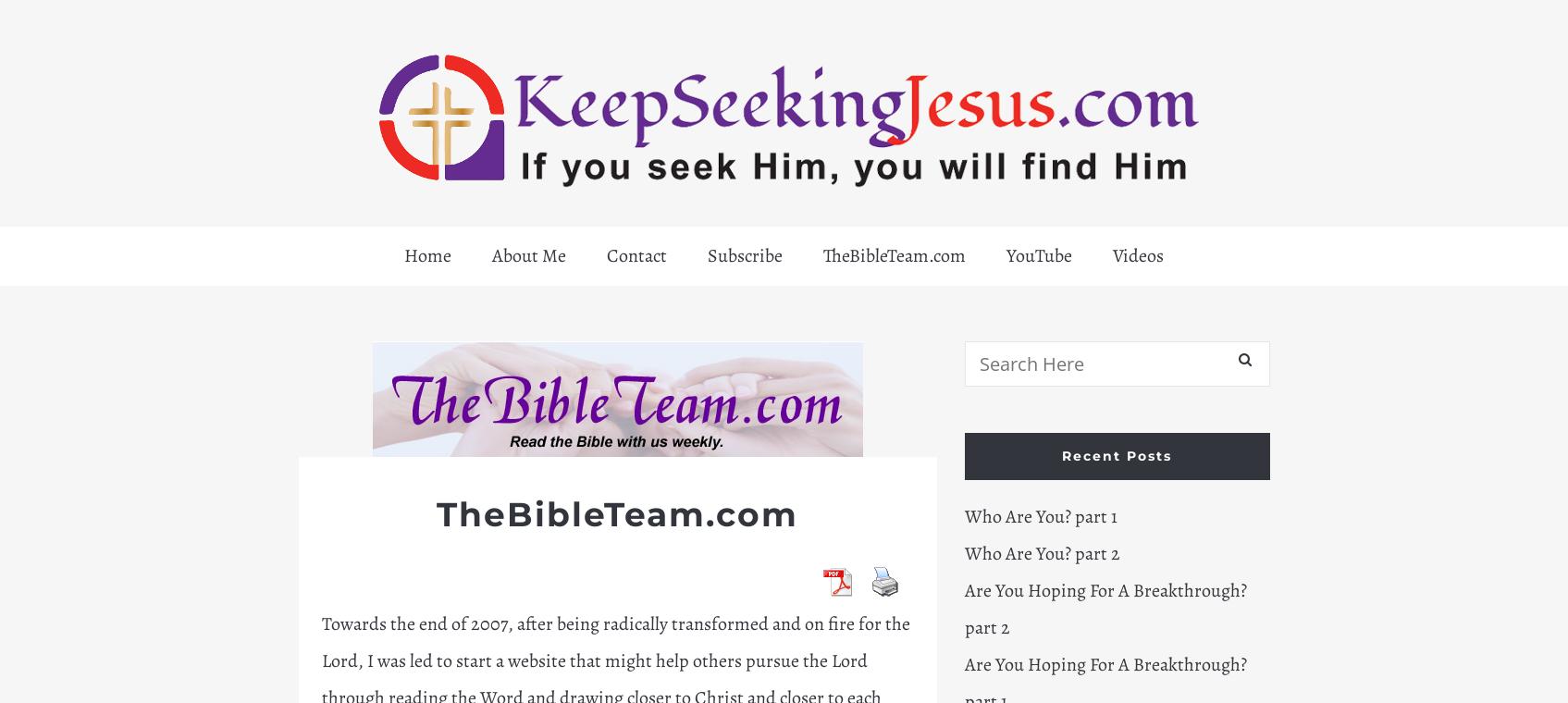 The height and width of the screenshot is (703, 1568). Describe the element at coordinates (1039, 516) in the screenshot. I see `'Who Are You? part 1'` at that location.